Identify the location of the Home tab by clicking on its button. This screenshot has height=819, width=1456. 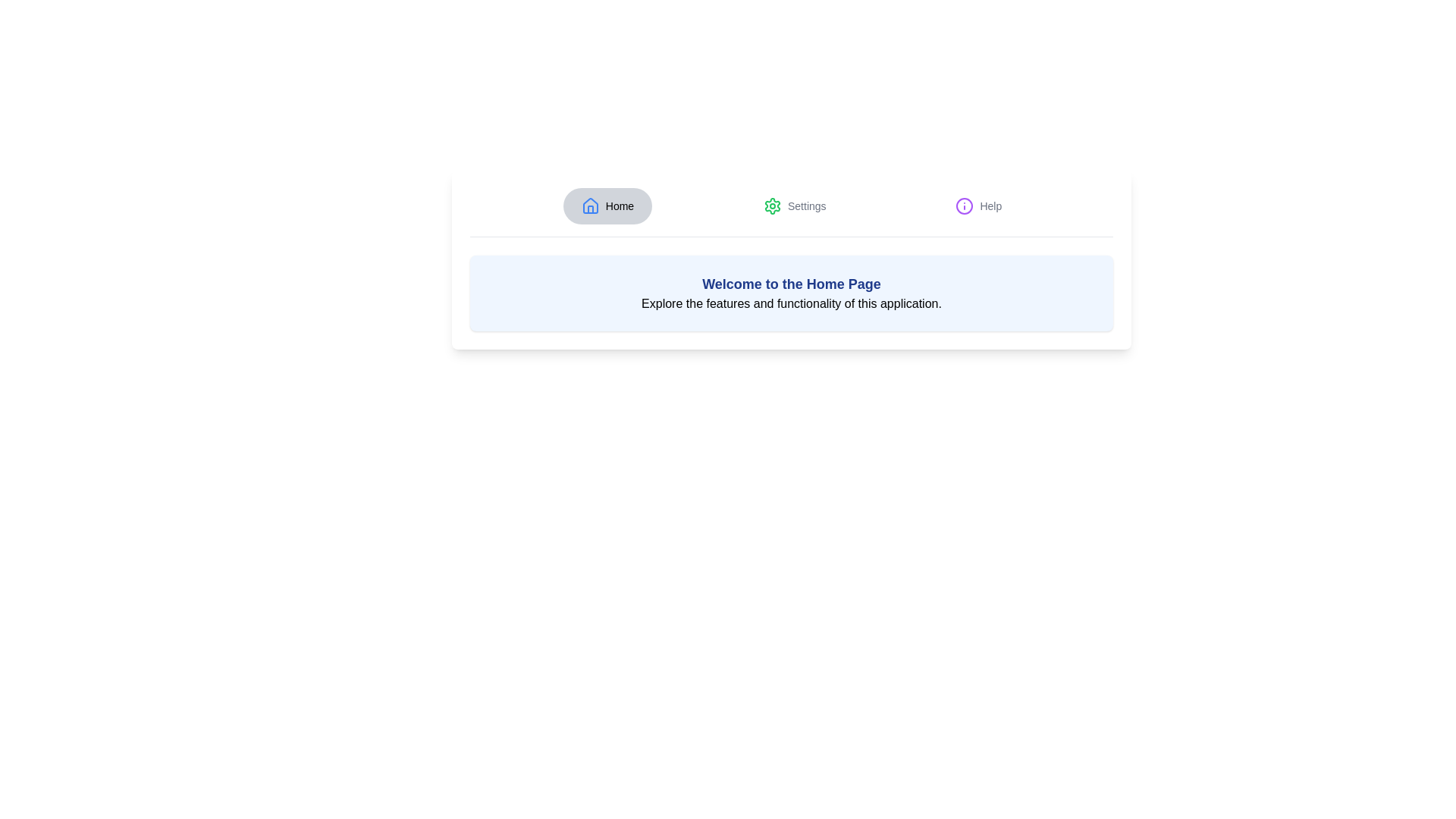
(607, 206).